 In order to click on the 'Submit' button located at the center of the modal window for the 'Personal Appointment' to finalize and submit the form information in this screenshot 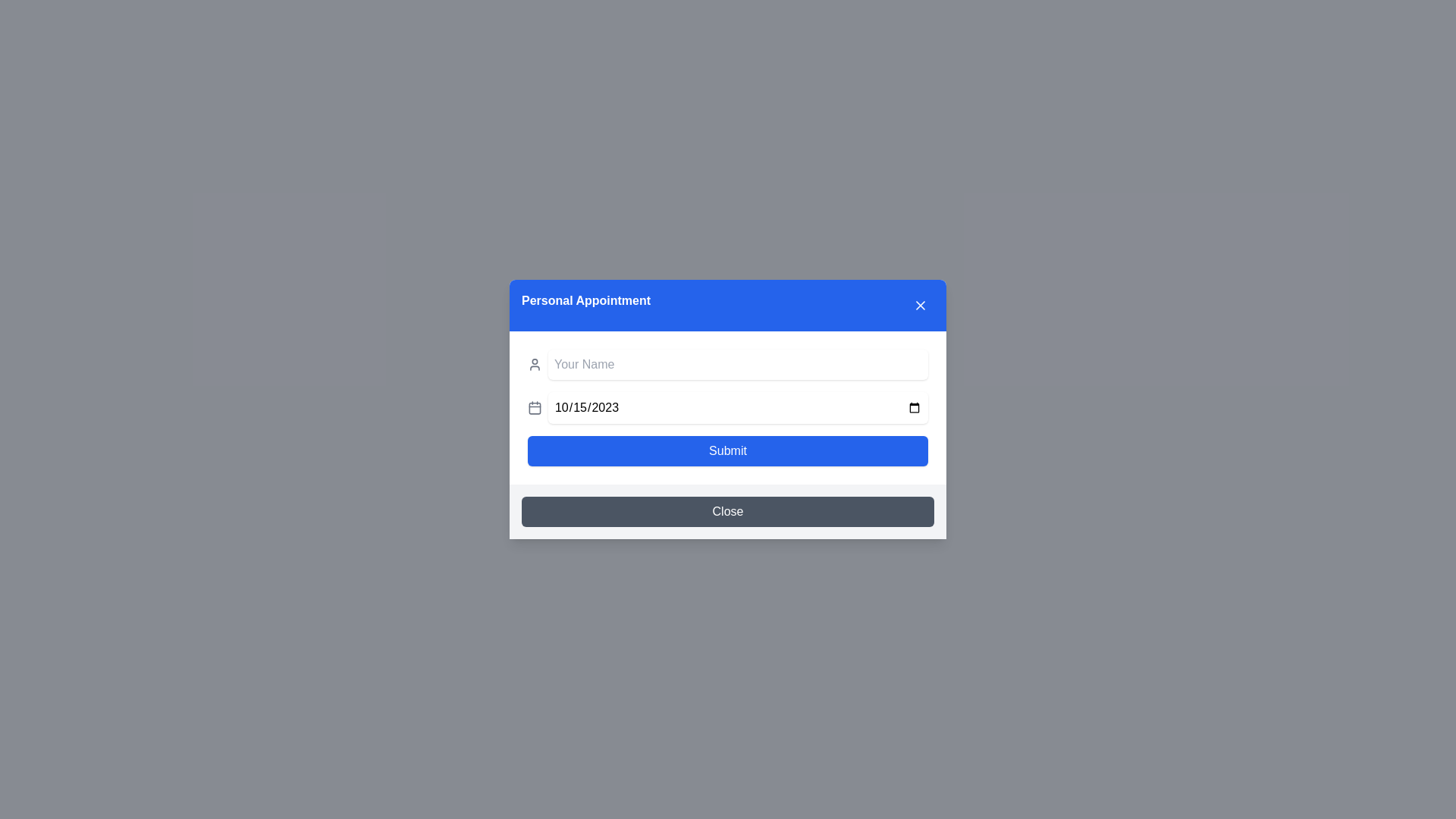, I will do `click(728, 450)`.